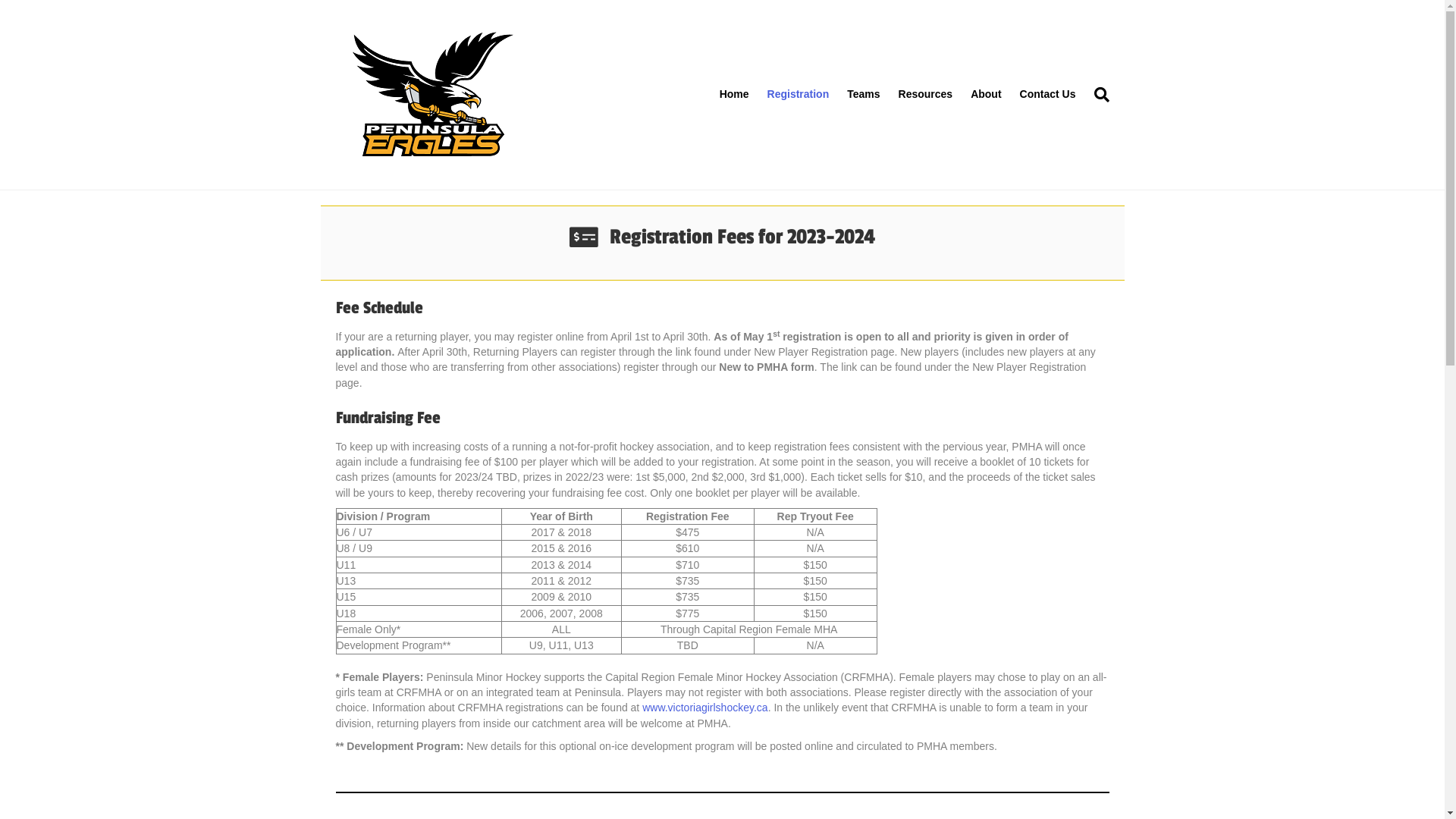 This screenshot has width=1456, height=819. I want to click on 'Teams', so click(863, 94).